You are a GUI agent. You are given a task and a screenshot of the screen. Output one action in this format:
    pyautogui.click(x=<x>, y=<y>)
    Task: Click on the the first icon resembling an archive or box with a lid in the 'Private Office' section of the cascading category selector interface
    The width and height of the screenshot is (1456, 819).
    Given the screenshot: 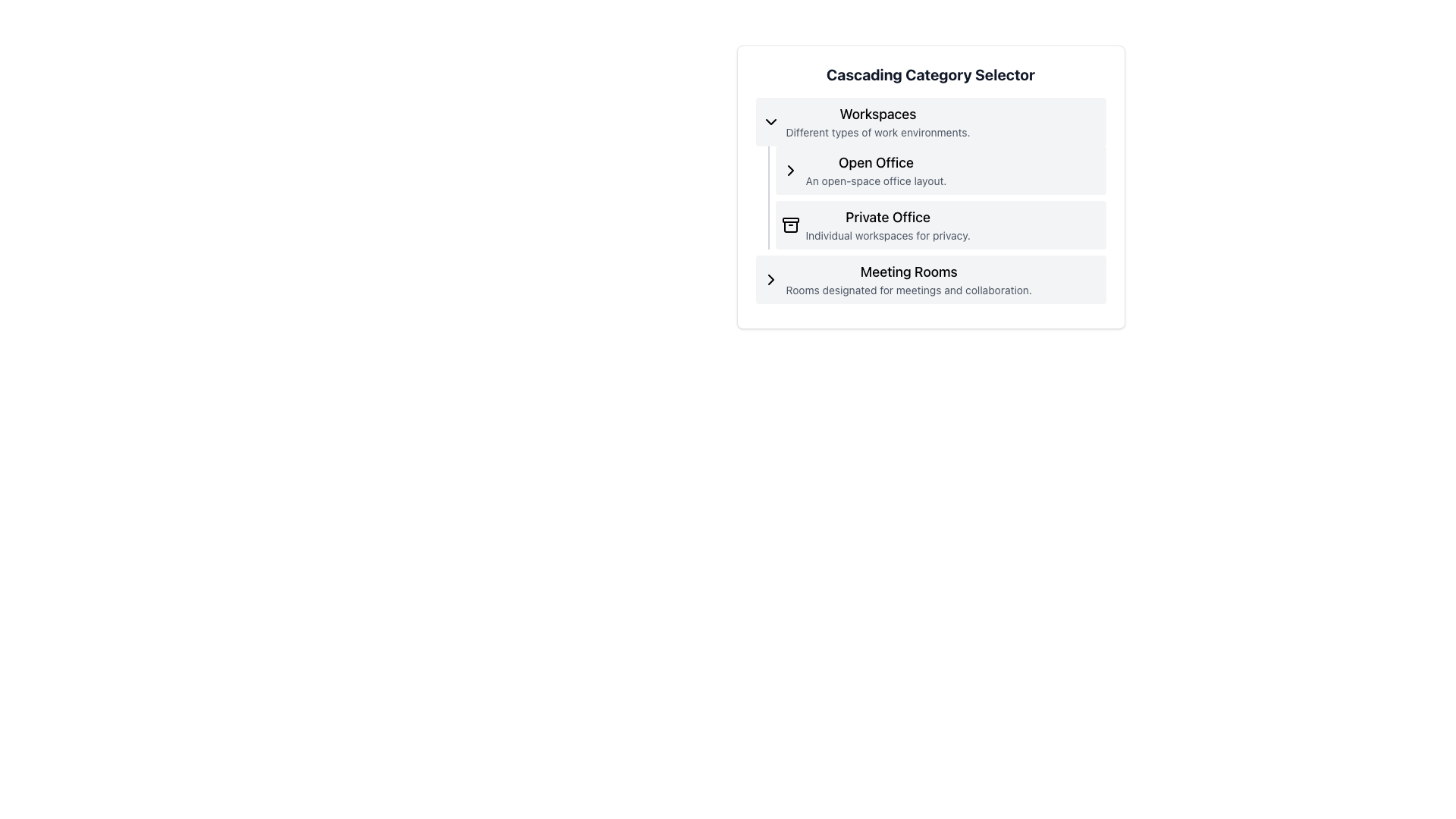 What is the action you would take?
    pyautogui.click(x=789, y=225)
    